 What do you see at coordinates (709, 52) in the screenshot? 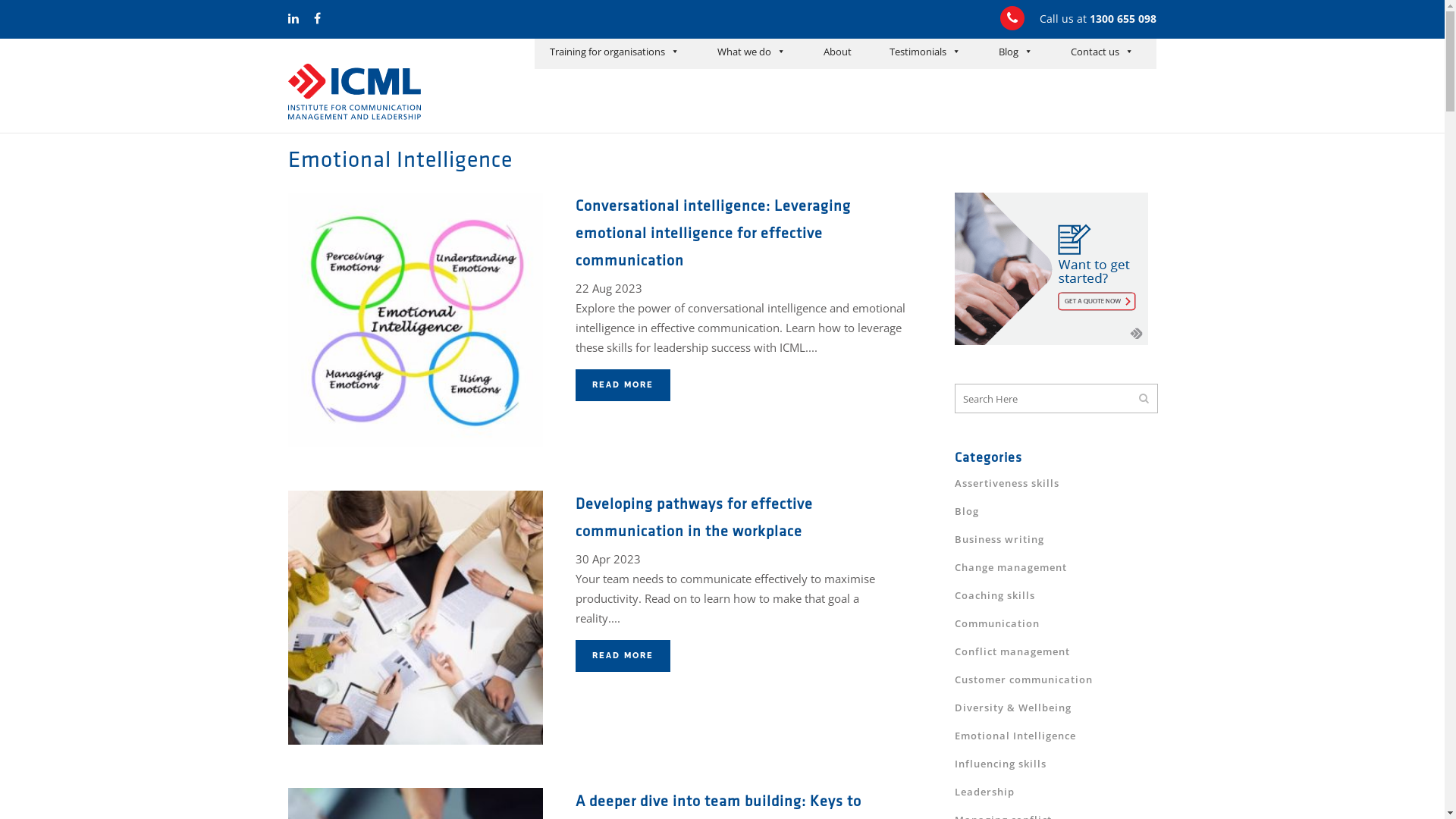
I see `'What we do'` at bounding box center [709, 52].